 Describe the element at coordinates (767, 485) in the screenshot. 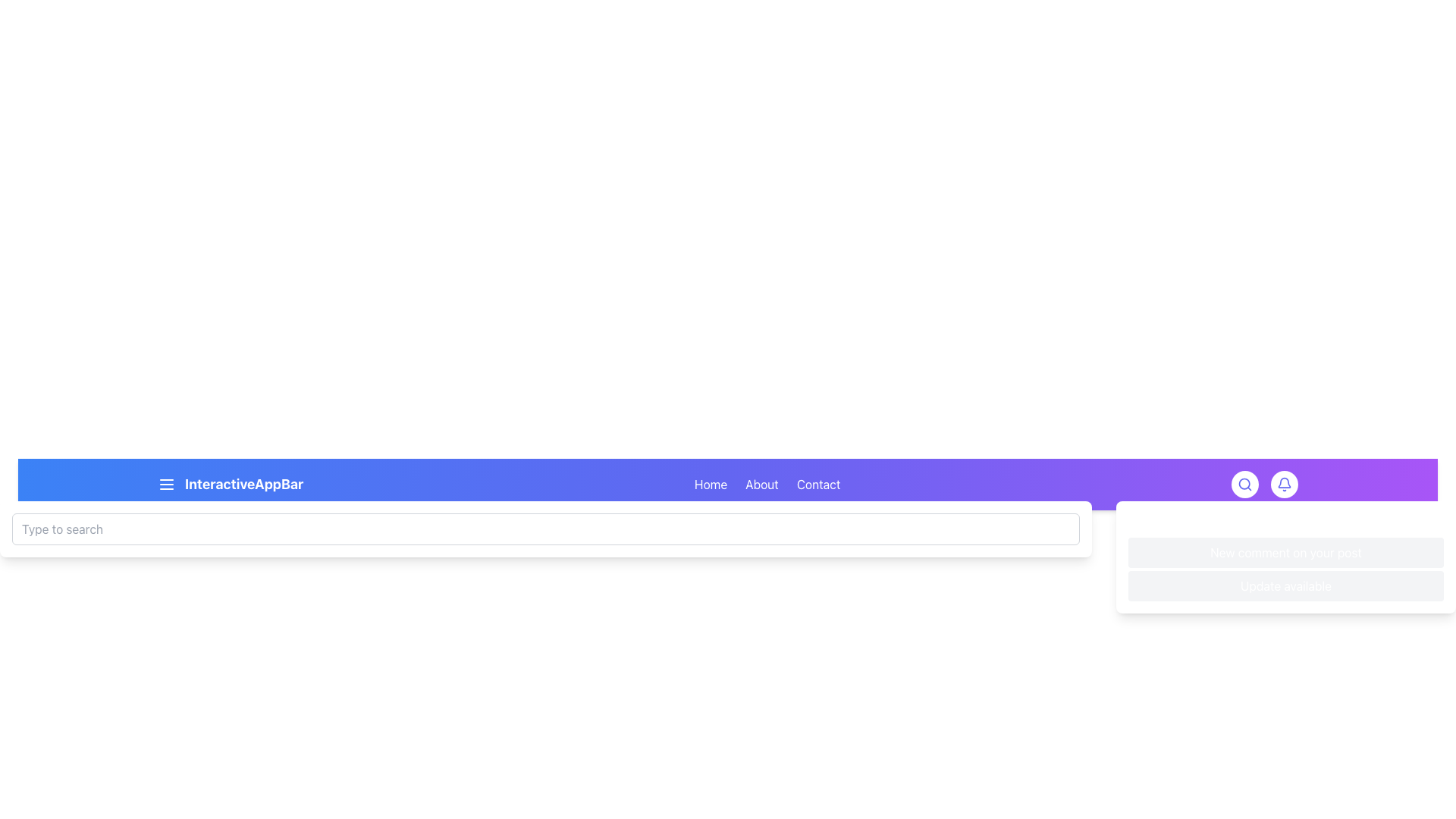

I see `the group of hyperlinks labeled 'Home', 'About', and 'Contact'` at that location.